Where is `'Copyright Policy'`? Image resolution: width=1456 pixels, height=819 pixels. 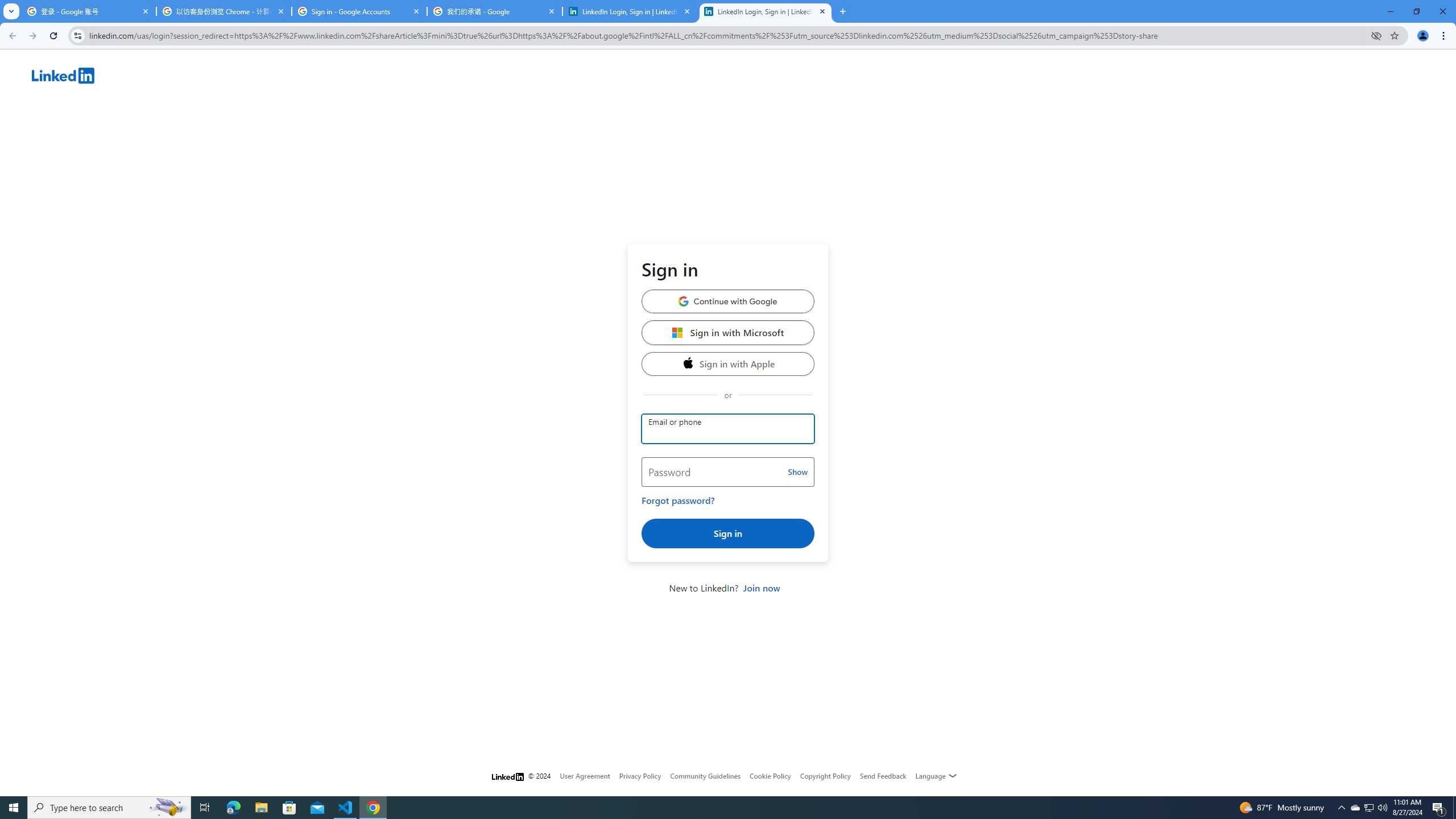
'Copyright Policy' is located at coordinates (825, 775).